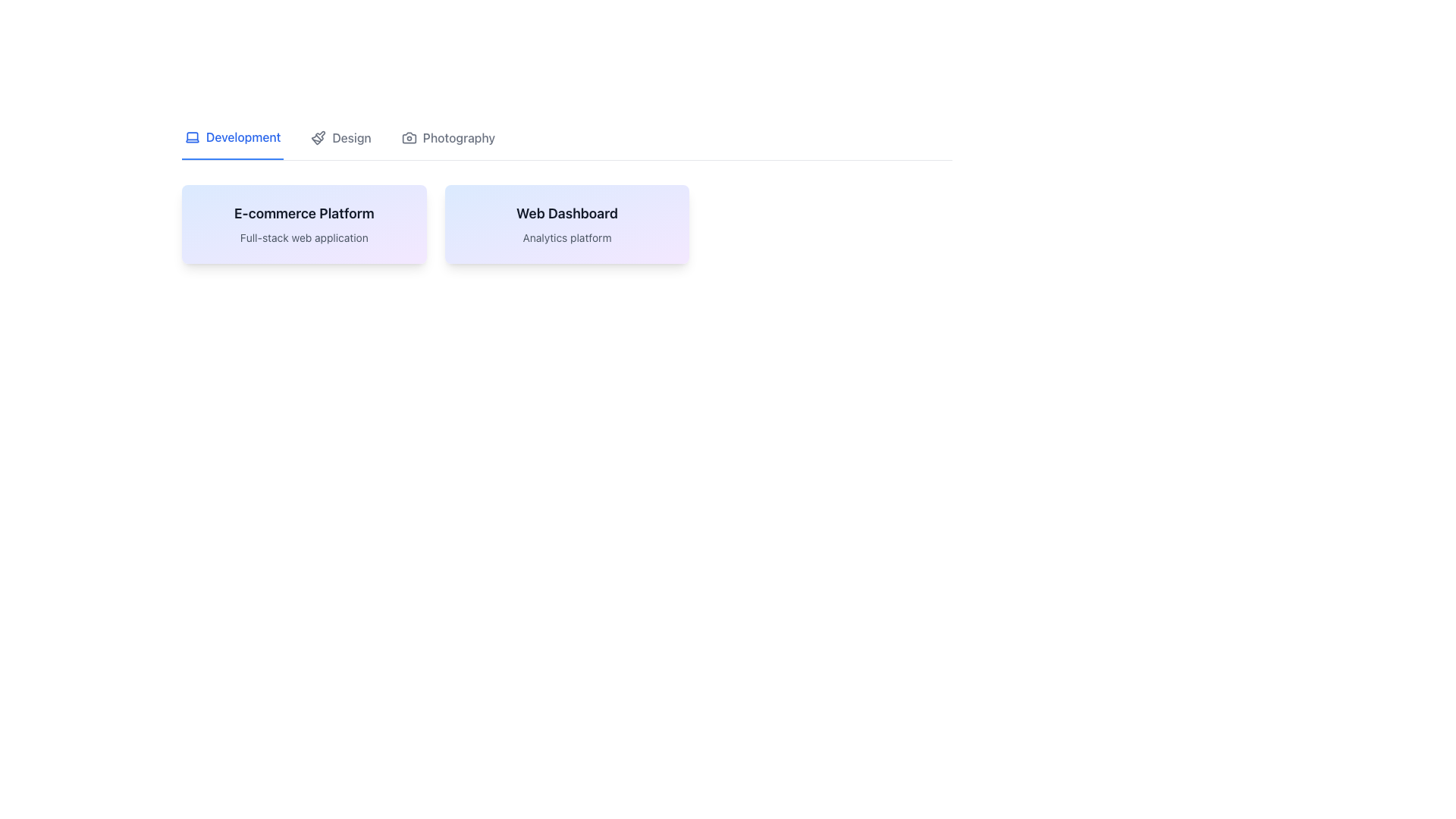 Image resolution: width=1456 pixels, height=819 pixels. Describe the element at coordinates (192, 137) in the screenshot. I see `the icon representing the 'Development' label, which is positioned to the left of the text 'Development' within its tab` at that location.